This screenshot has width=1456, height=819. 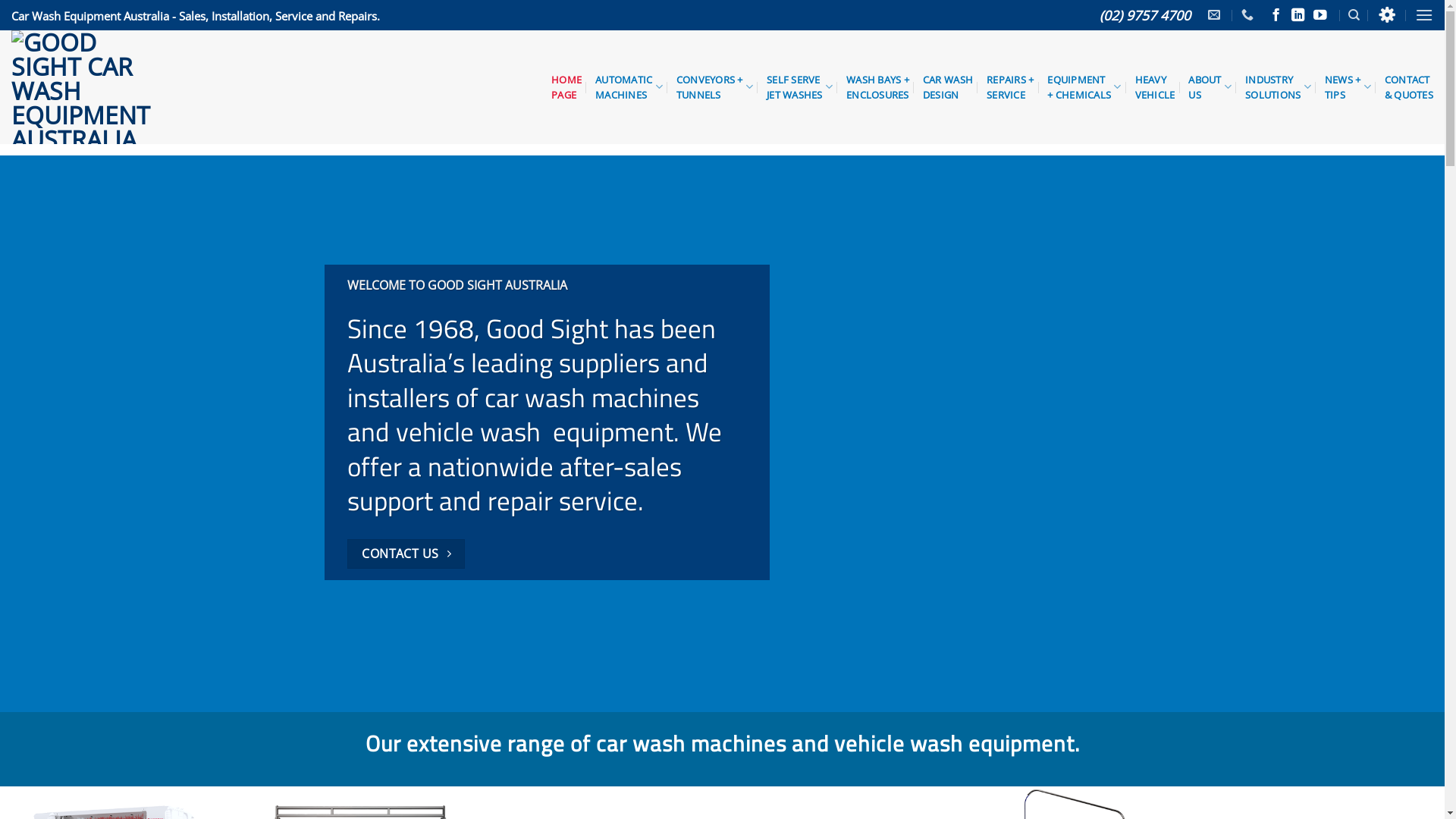 I want to click on 'CONVEYORS +, so click(x=714, y=87).